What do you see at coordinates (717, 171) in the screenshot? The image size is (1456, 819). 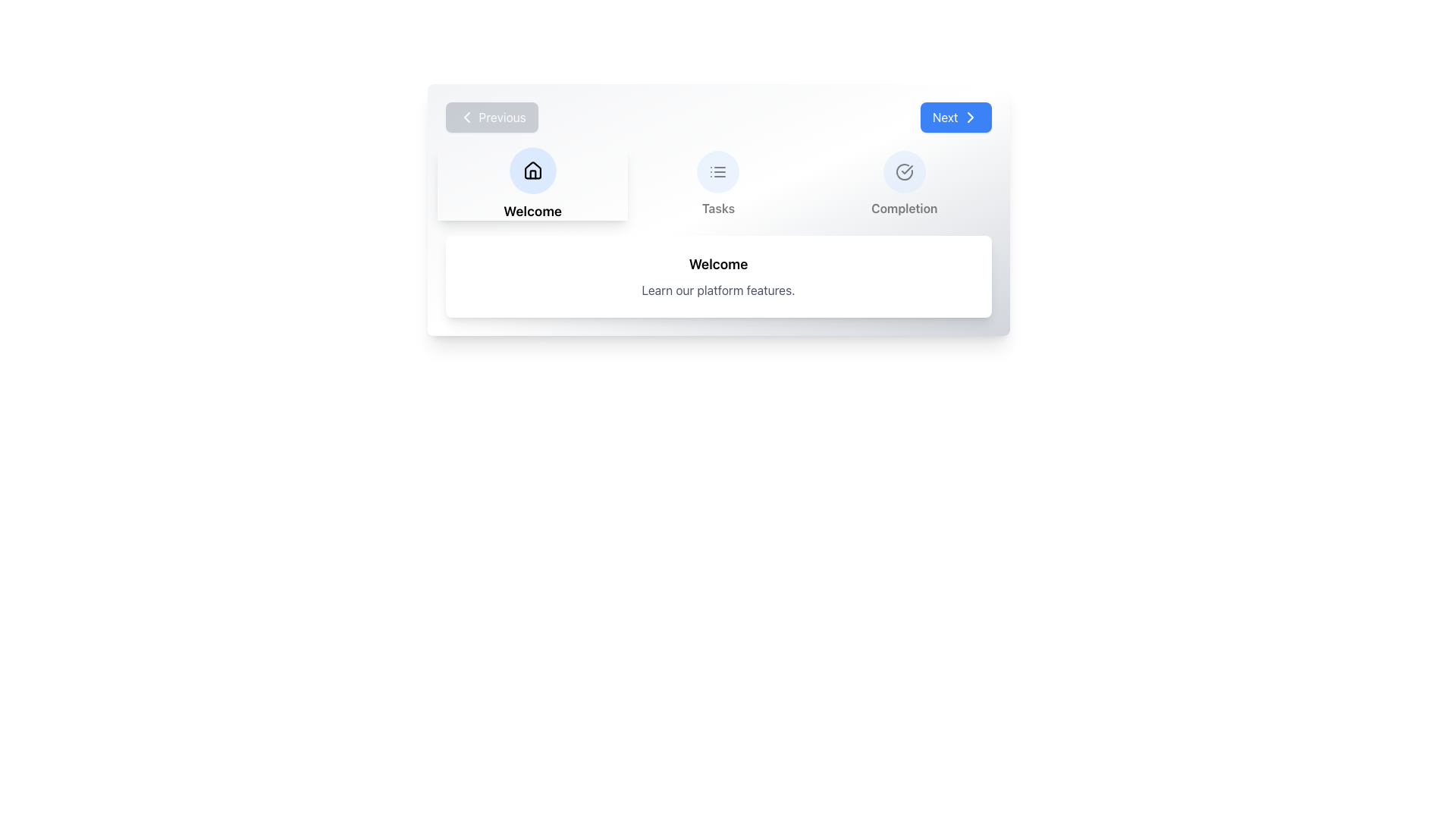 I see `the icon button located in the top-center of the interface` at bounding box center [717, 171].